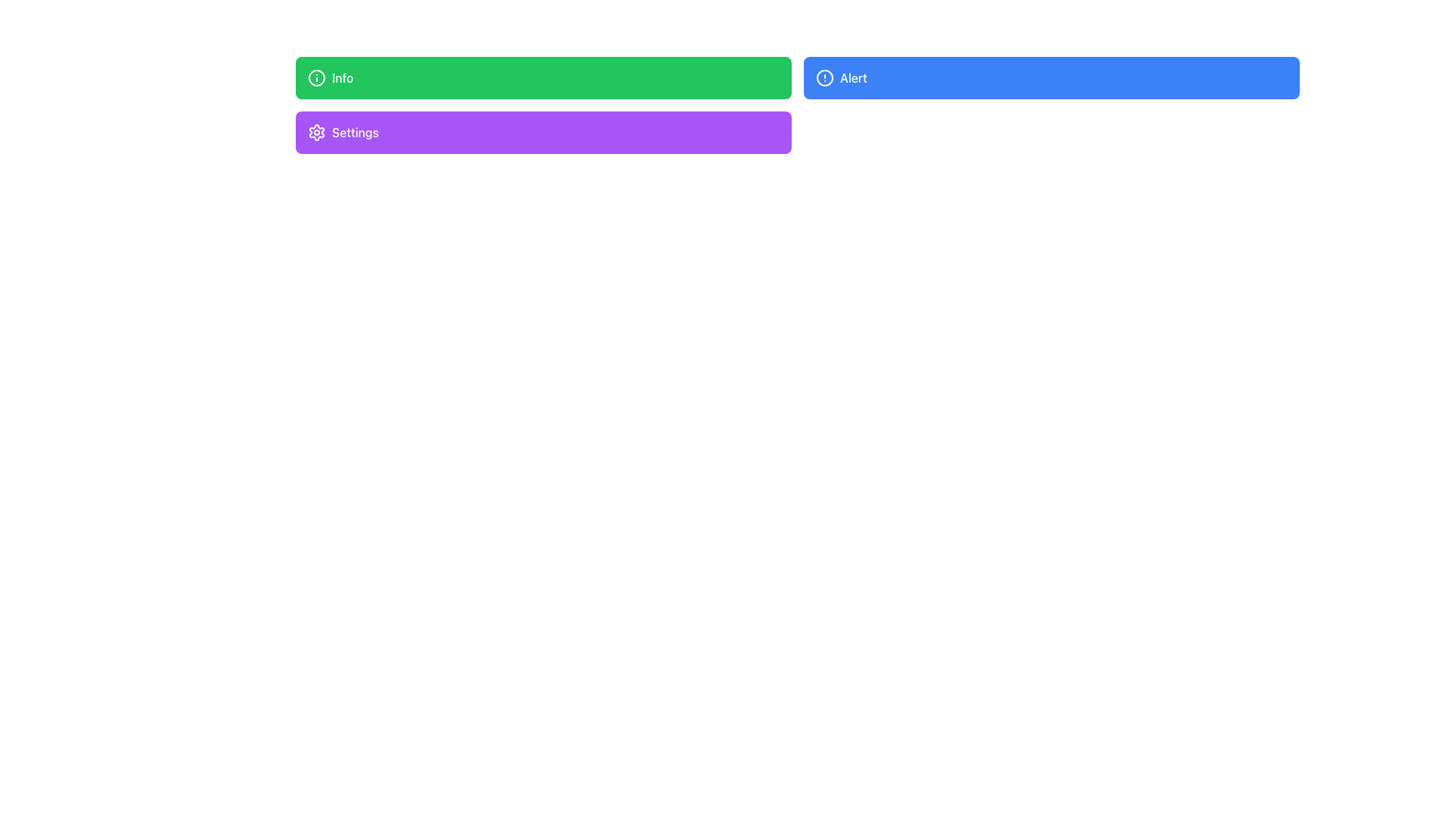  What do you see at coordinates (543, 131) in the screenshot?
I see `the settings button positioned directly below the green 'Info' button and horizontally aligned with the blue 'Alert' button` at bounding box center [543, 131].